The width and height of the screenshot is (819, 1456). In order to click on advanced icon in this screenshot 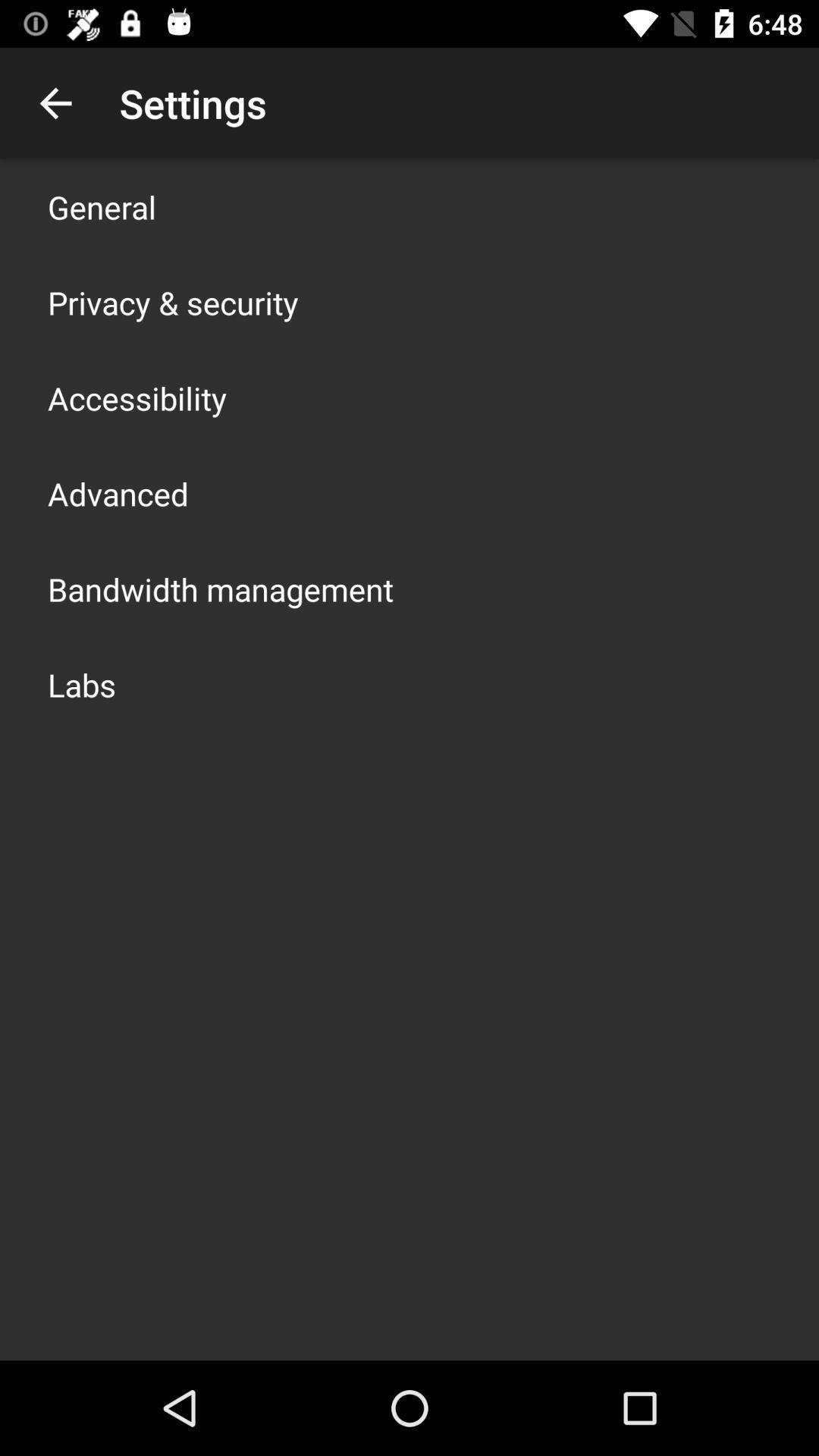, I will do `click(117, 494)`.